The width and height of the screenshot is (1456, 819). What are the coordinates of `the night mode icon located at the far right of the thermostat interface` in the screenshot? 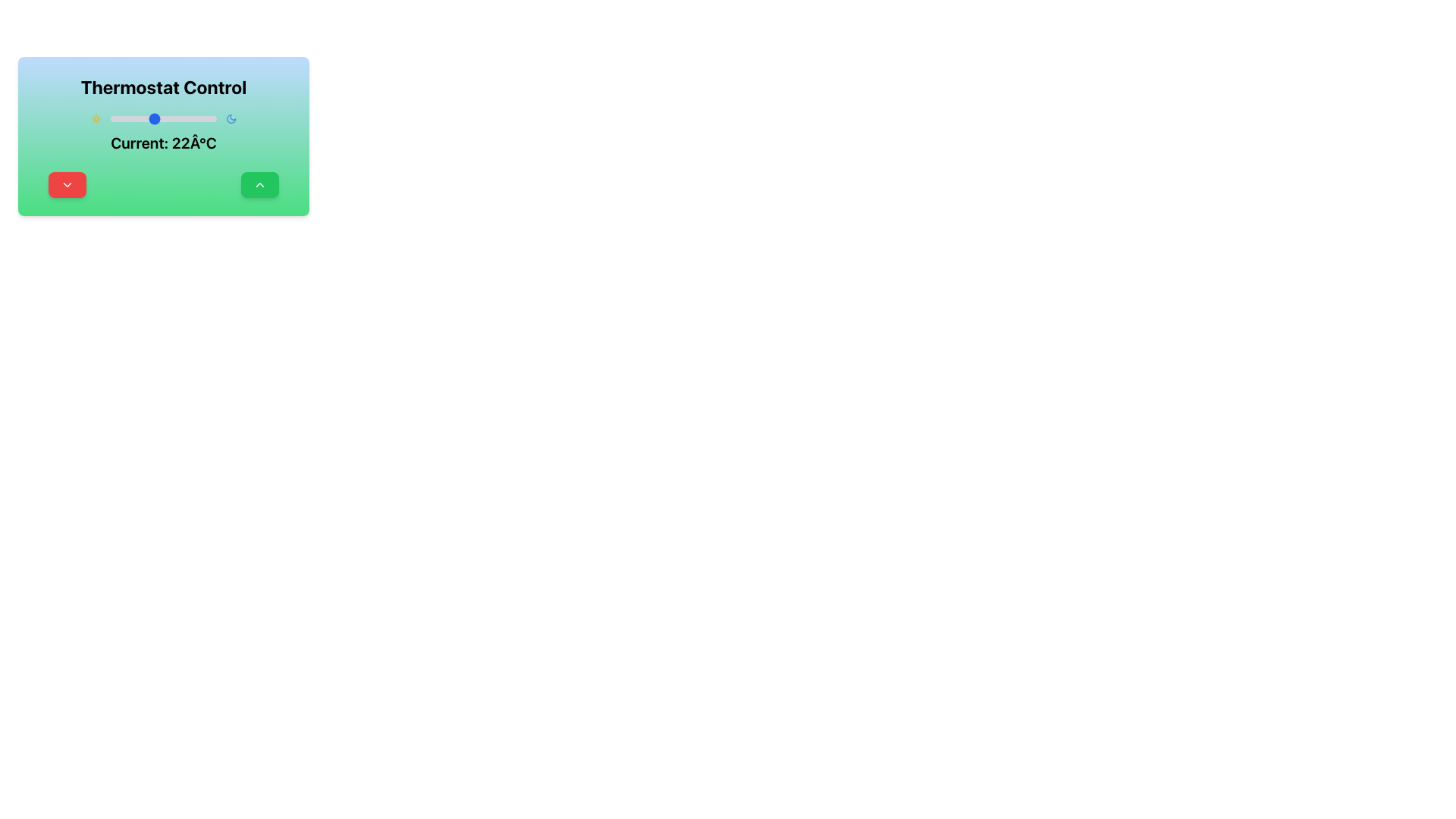 It's located at (231, 118).